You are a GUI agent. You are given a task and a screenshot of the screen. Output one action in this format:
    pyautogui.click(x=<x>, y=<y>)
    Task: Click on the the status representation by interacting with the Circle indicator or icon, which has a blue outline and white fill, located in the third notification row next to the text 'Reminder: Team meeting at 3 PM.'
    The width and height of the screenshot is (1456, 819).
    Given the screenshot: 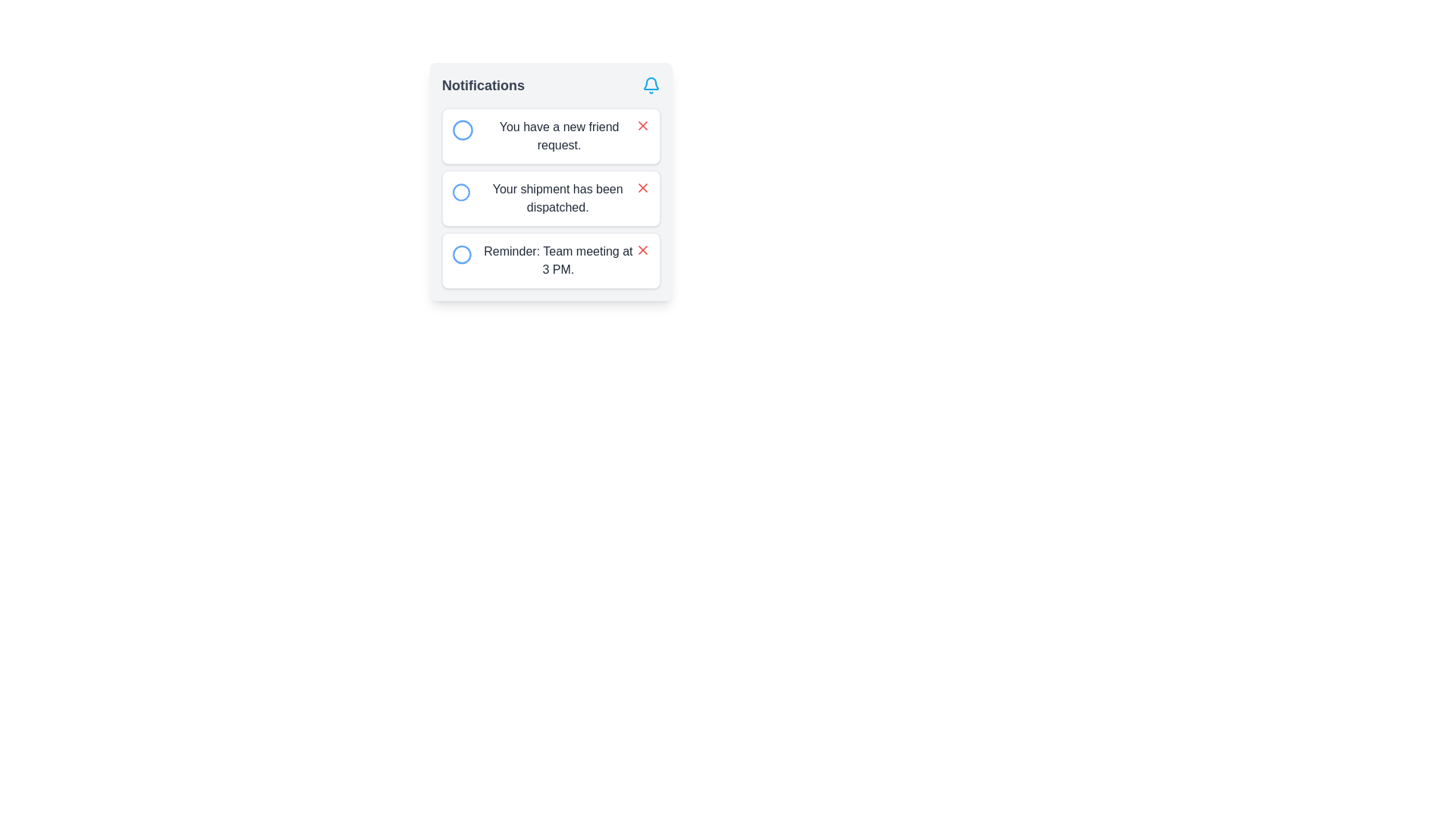 What is the action you would take?
    pyautogui.click(x=461, y=253)
    